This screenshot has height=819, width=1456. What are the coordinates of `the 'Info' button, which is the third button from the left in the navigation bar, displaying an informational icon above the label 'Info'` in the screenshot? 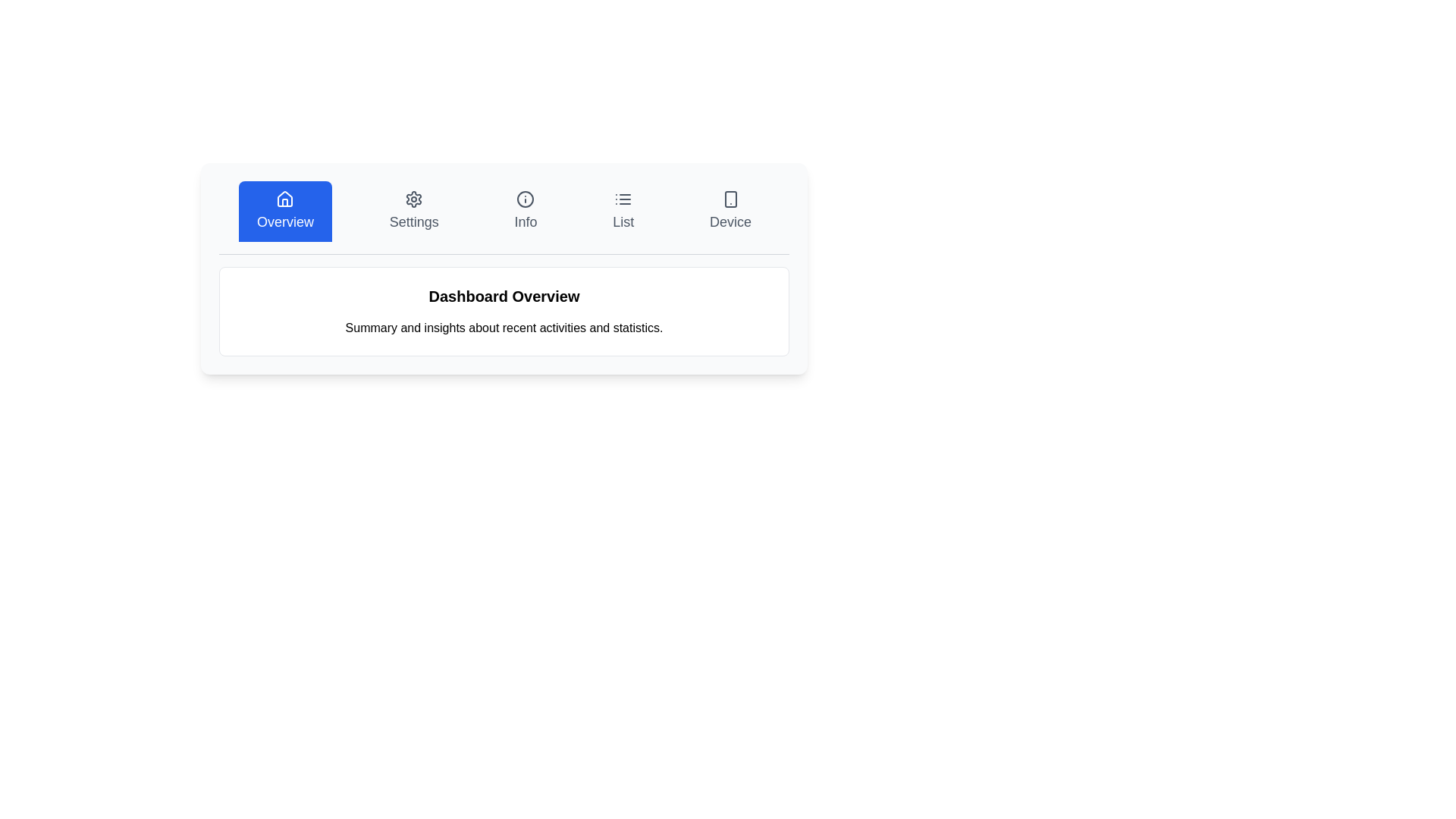 It's located at (526, 211).